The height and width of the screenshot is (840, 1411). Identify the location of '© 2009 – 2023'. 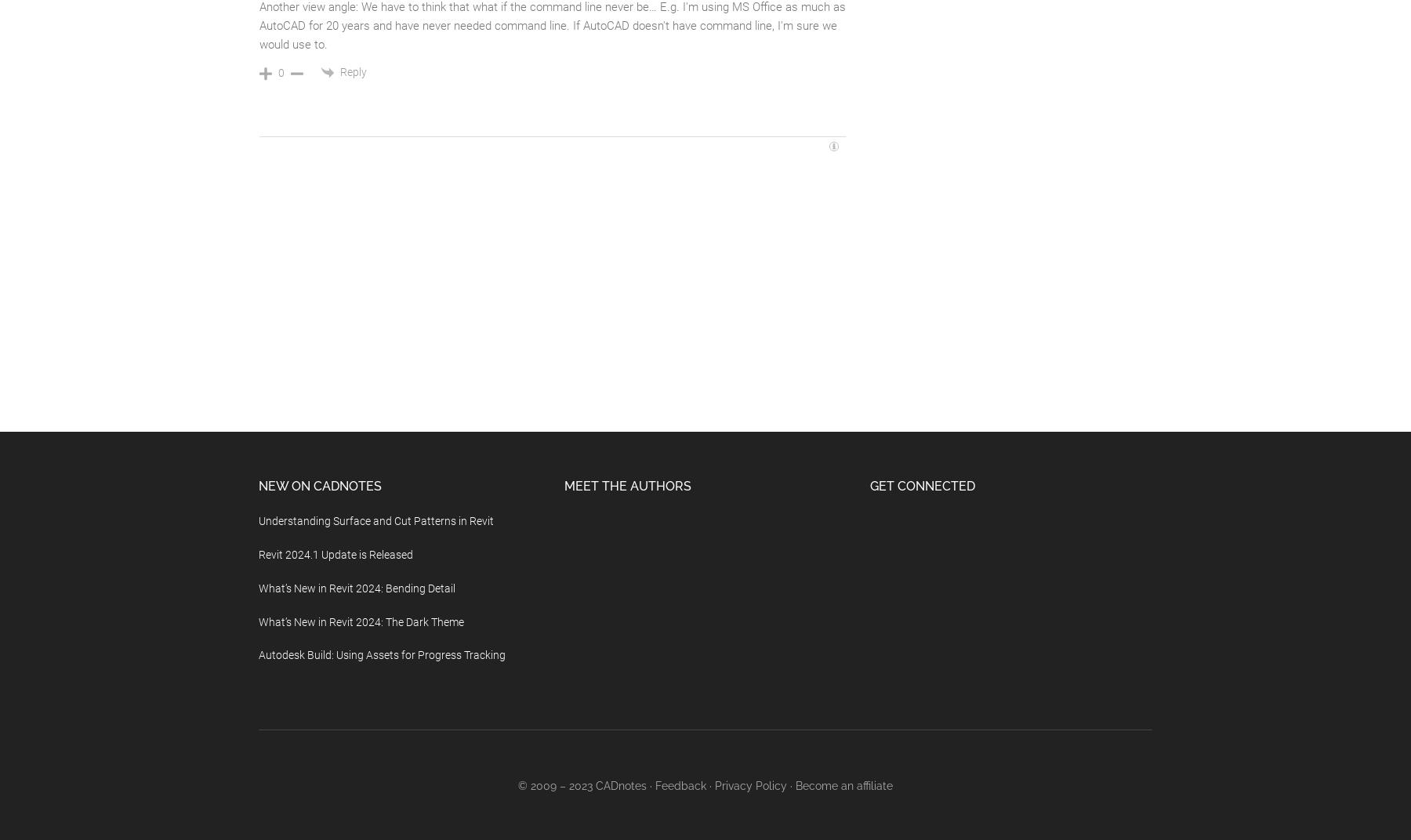
(556, 784).